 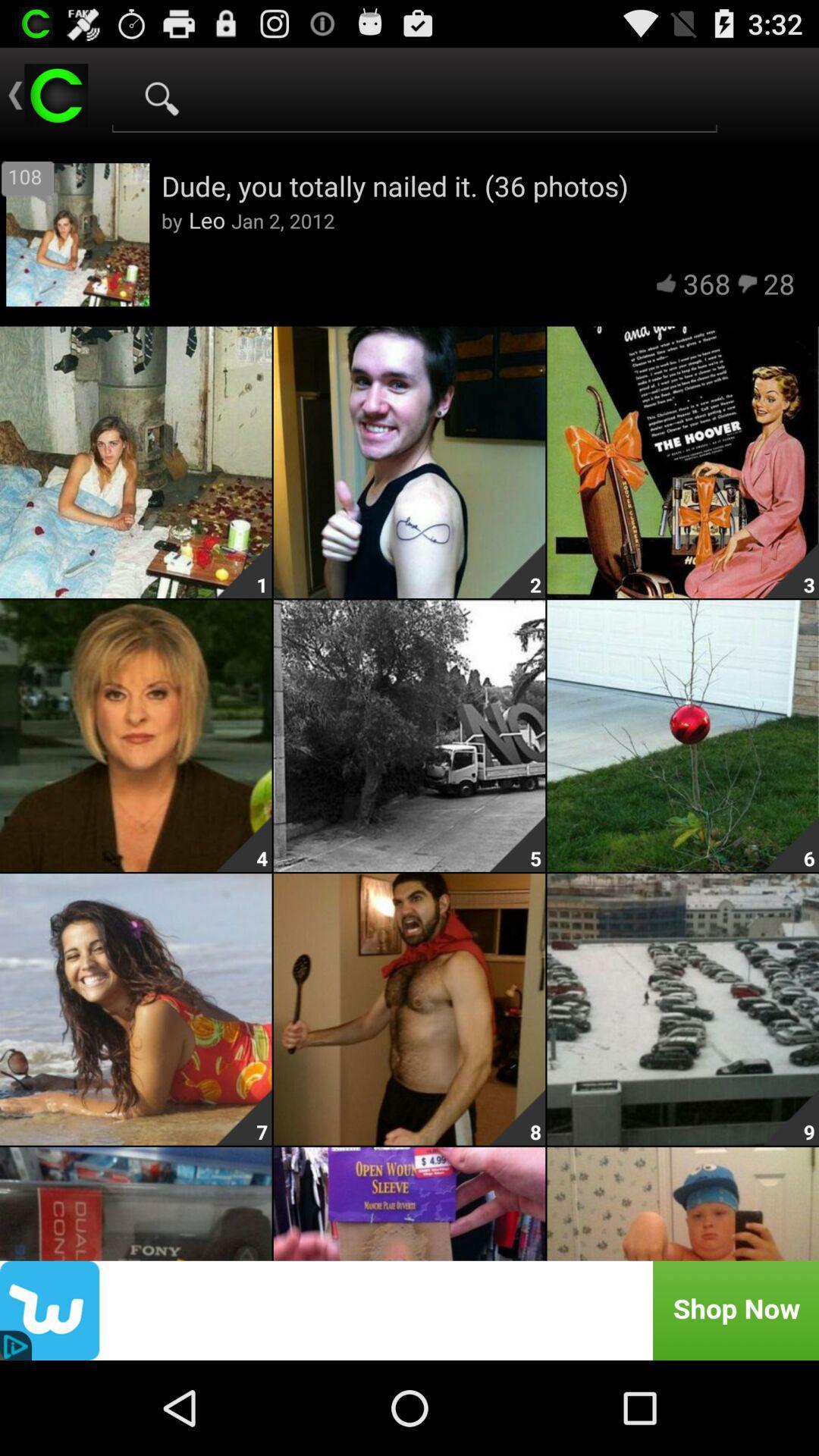 What do you see at coordinates (409, 1203) in the screenshot?
I see `the bottom middle image` at bounding box center [409, 1203].